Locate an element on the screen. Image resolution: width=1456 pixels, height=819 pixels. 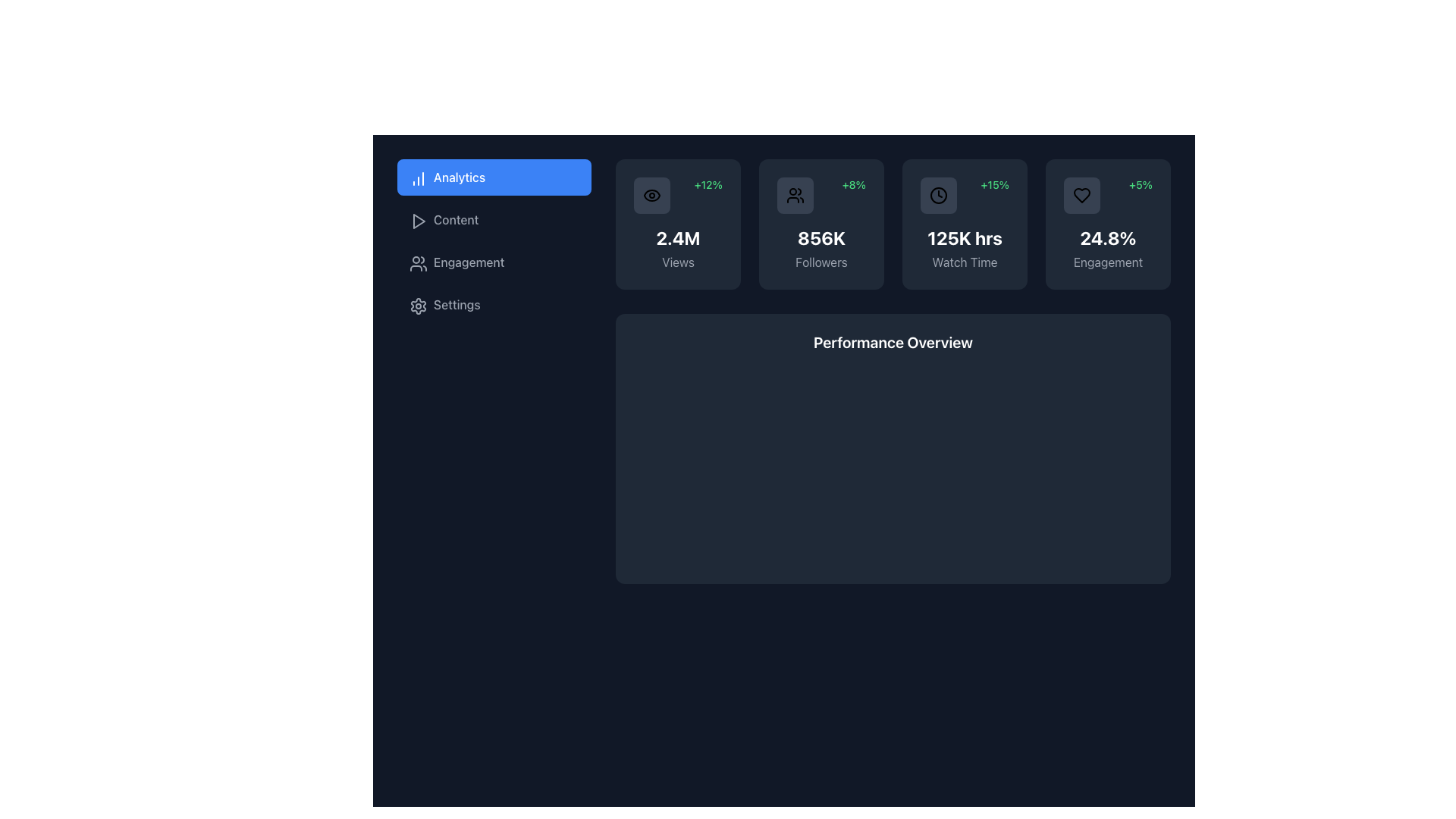
the heart icon located in the top-right corner of the 'Engagement' card, which is the fourth card in the layout, to the right of the 'Watch Time' card is located at coordinates (1081, 195).